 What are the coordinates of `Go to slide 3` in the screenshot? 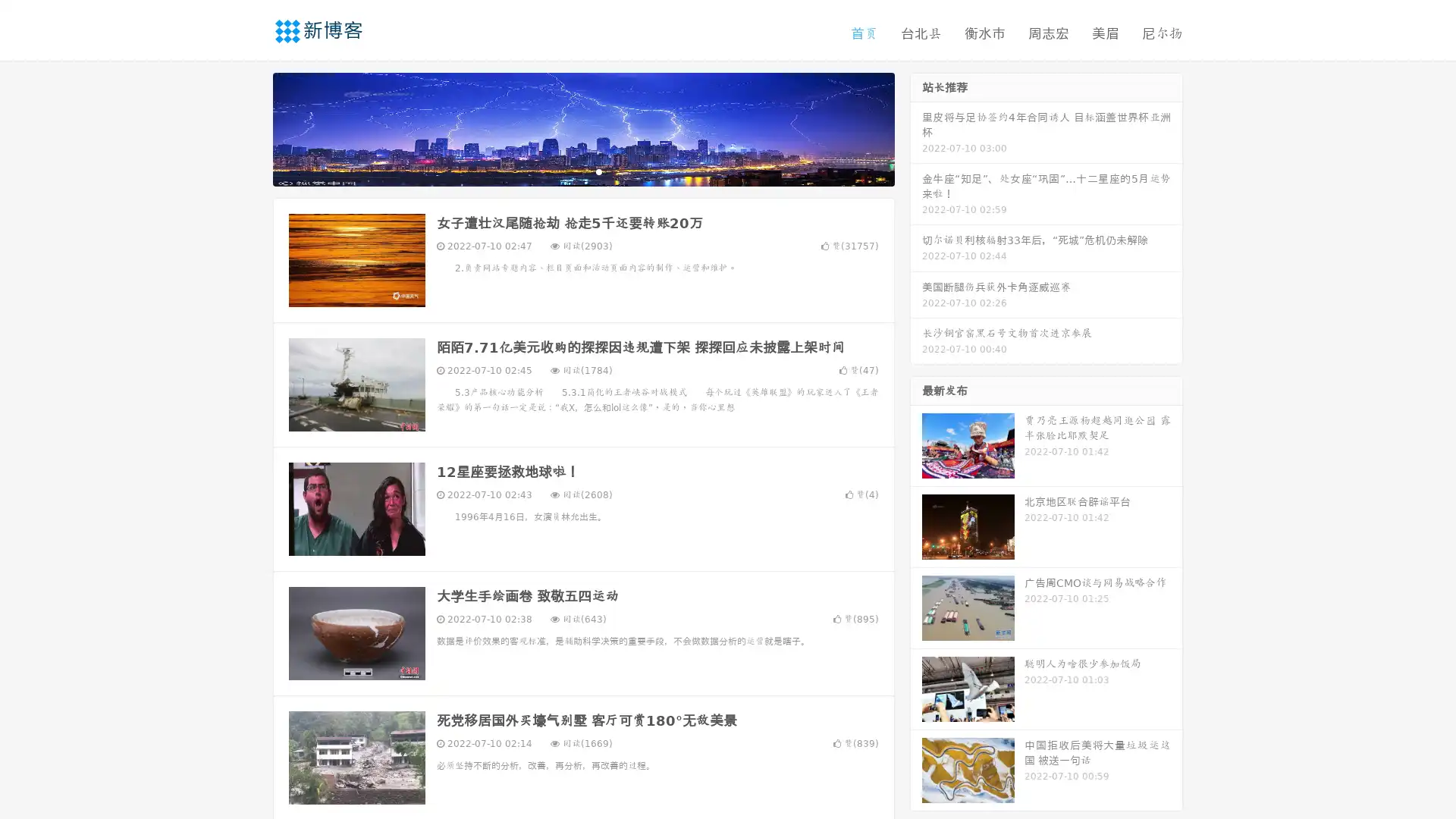 It's located at (598, 171).